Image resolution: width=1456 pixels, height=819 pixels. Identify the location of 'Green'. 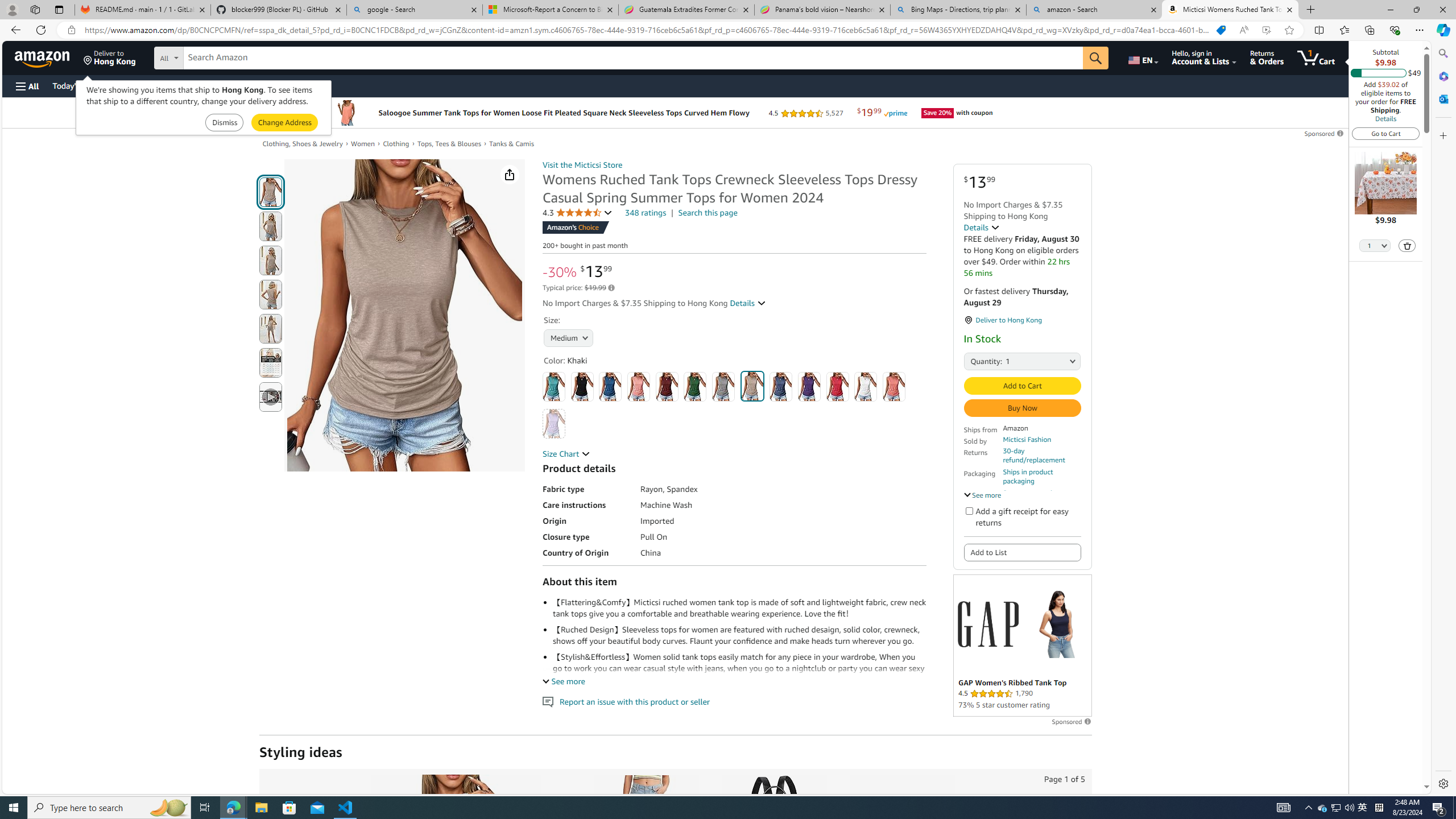
(695, 386).